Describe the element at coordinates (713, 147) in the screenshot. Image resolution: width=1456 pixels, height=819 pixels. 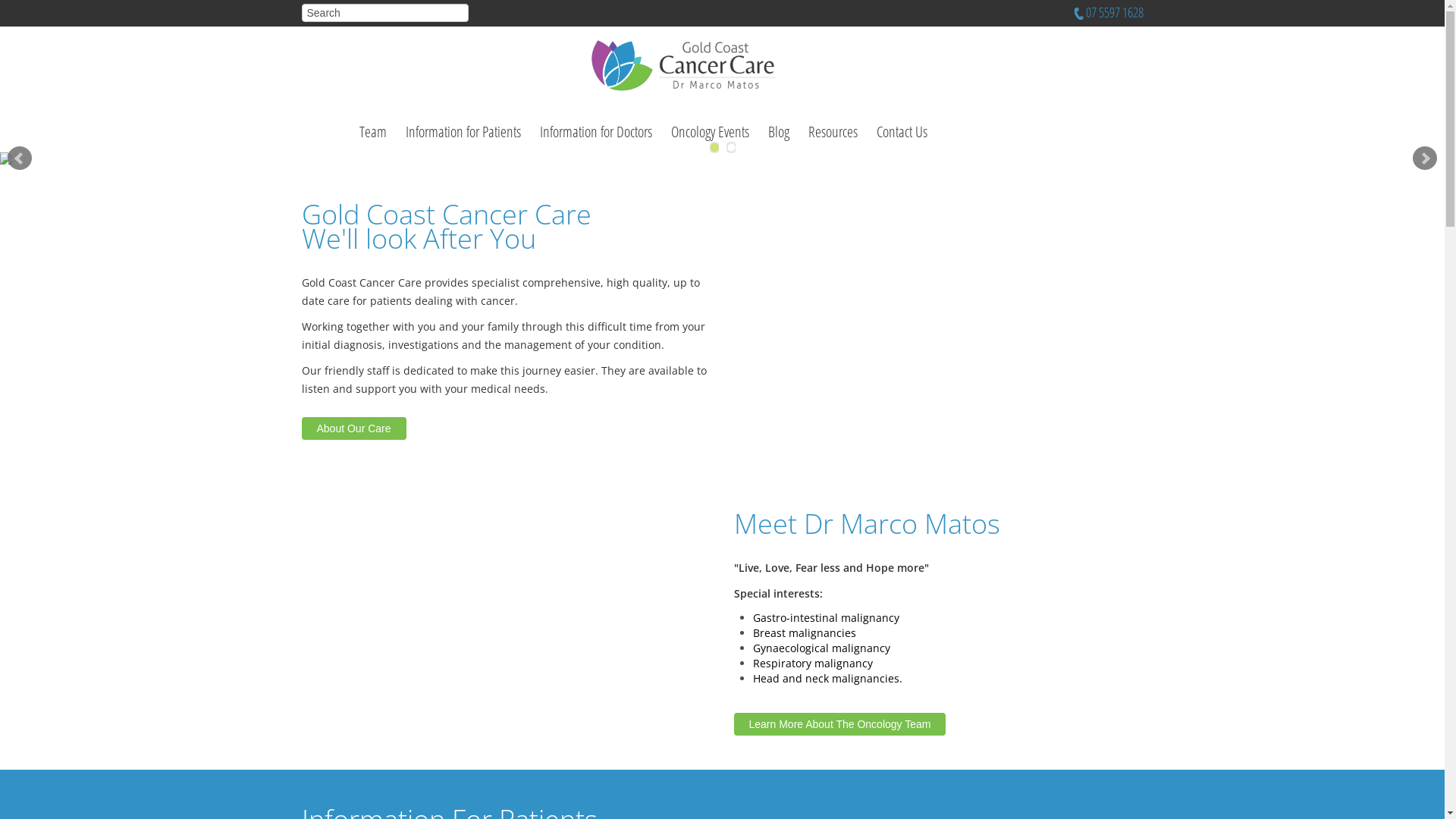
I see `'1'` at that location.